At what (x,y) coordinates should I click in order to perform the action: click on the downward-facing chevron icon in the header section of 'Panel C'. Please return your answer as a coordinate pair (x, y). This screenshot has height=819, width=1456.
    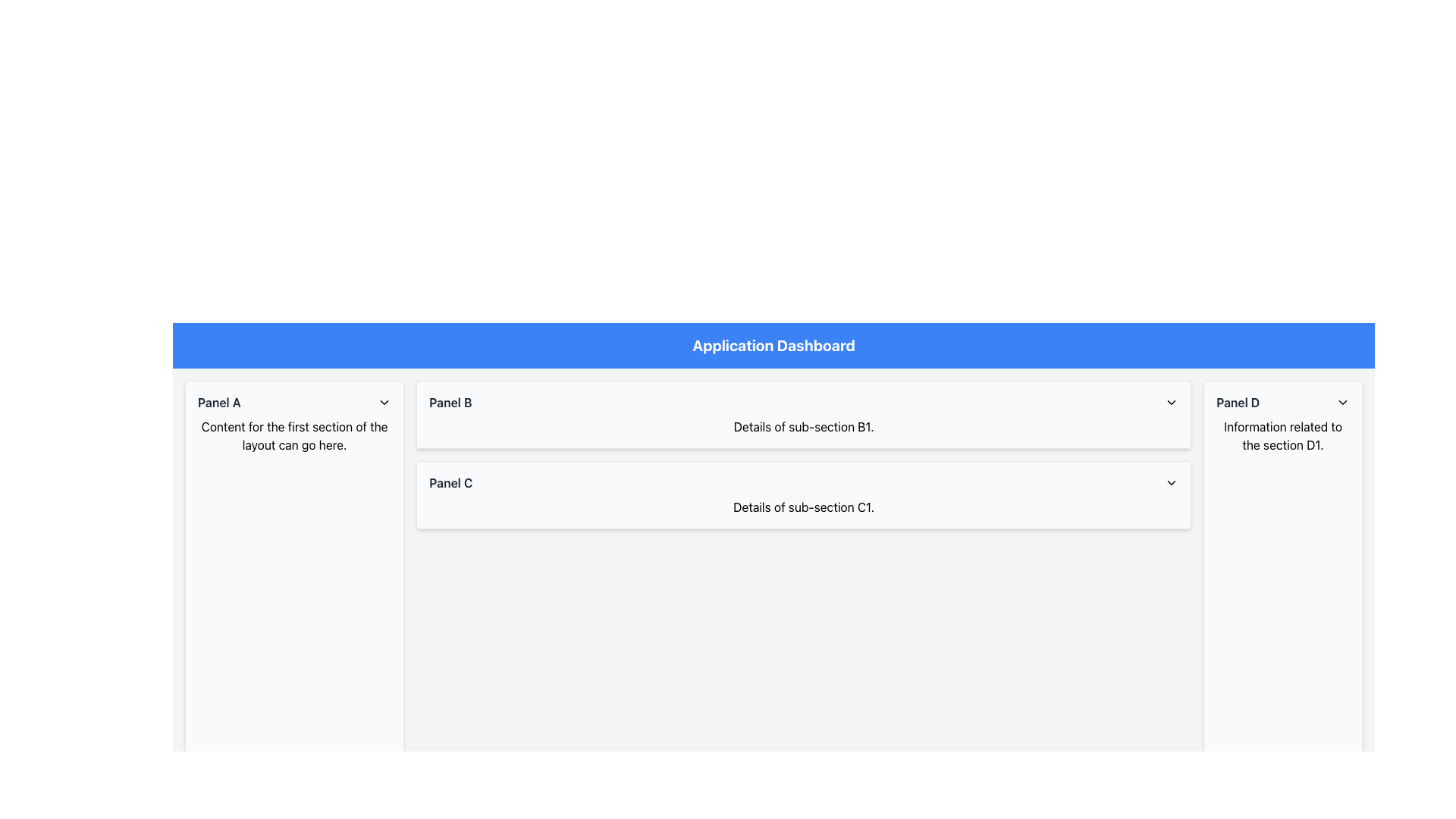
    Looking at the image, I should click on (1171, 482).